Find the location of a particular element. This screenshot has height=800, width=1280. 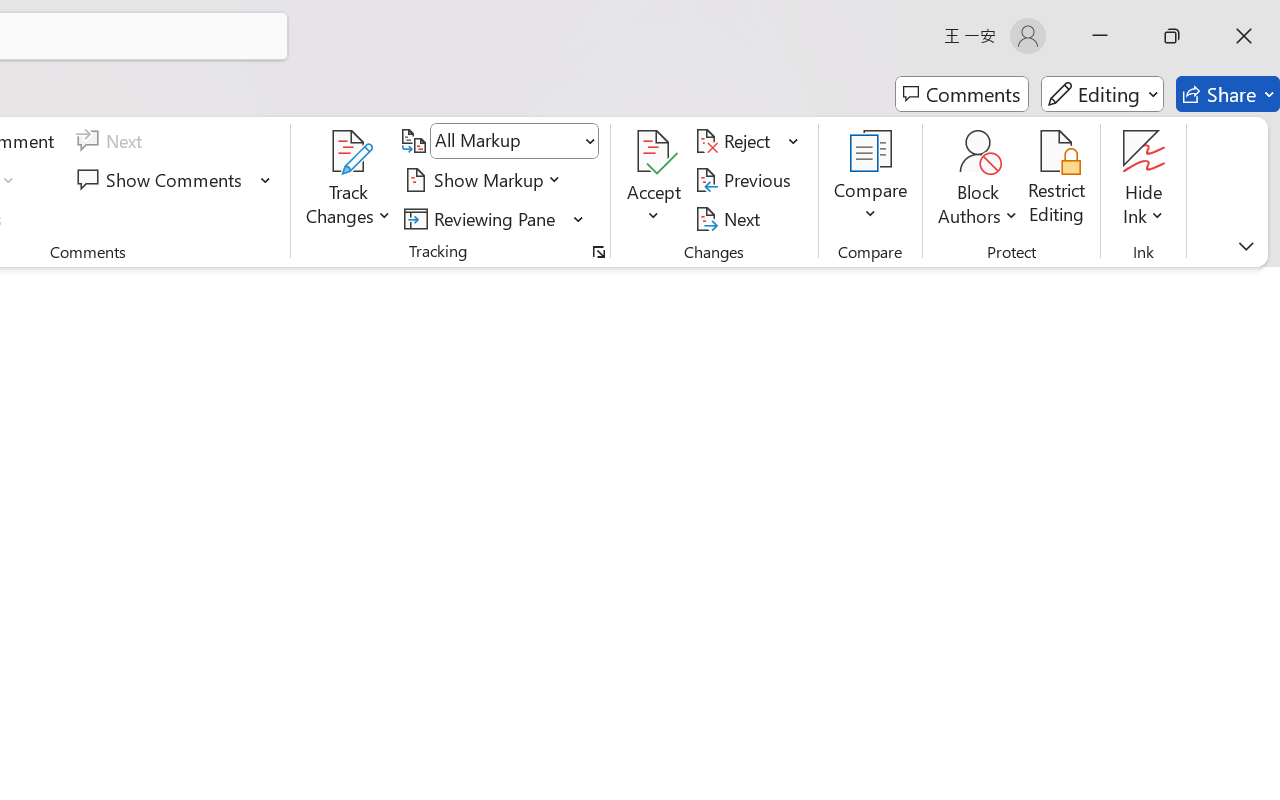

'Show Comments' is located at coordinates (162, 179).